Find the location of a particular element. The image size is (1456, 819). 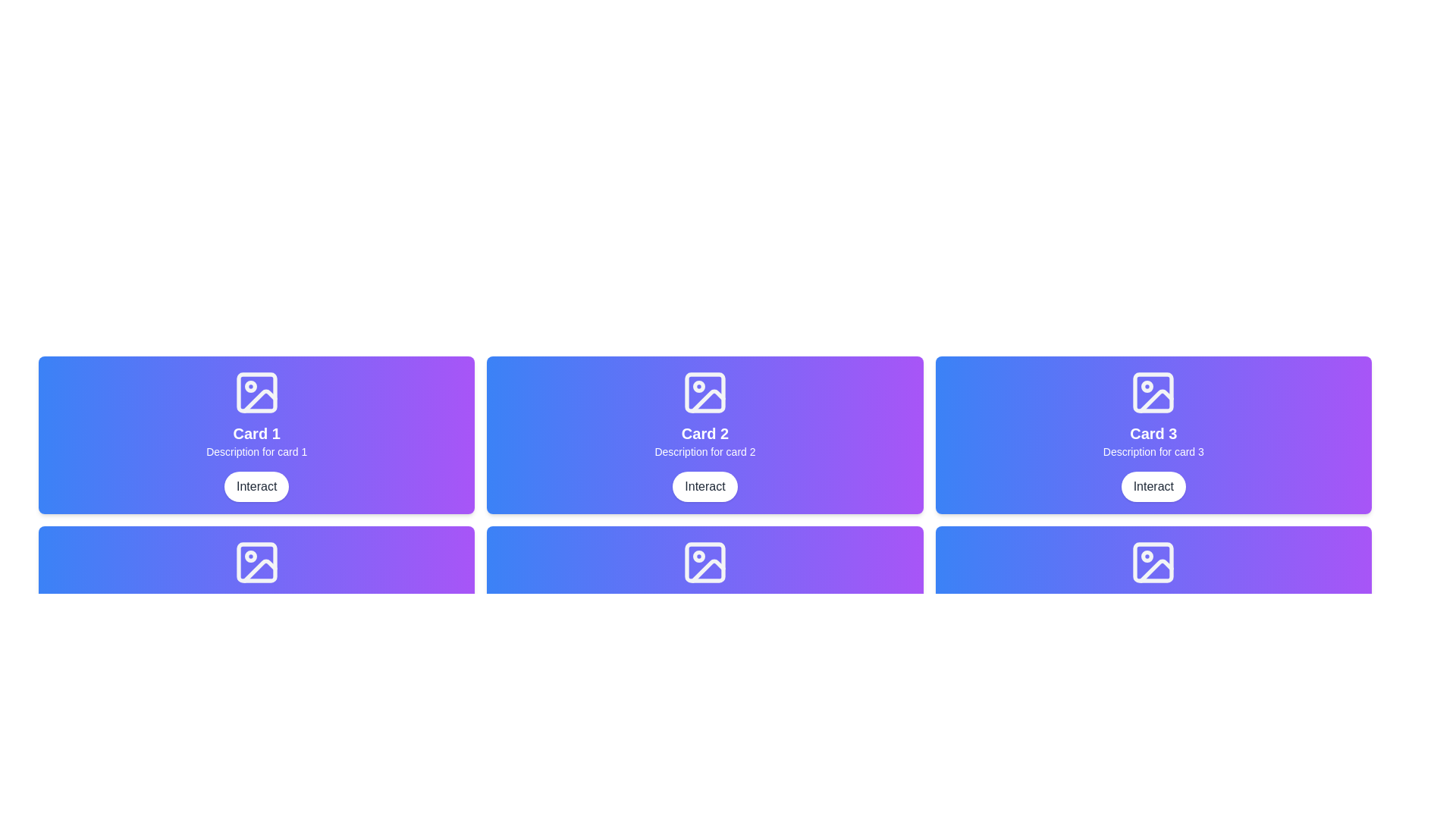

the minimalist image placeholder icon with a gray square outline and triangular shape located at the top center of 'Card 1' is located at coordinates (256, 391).